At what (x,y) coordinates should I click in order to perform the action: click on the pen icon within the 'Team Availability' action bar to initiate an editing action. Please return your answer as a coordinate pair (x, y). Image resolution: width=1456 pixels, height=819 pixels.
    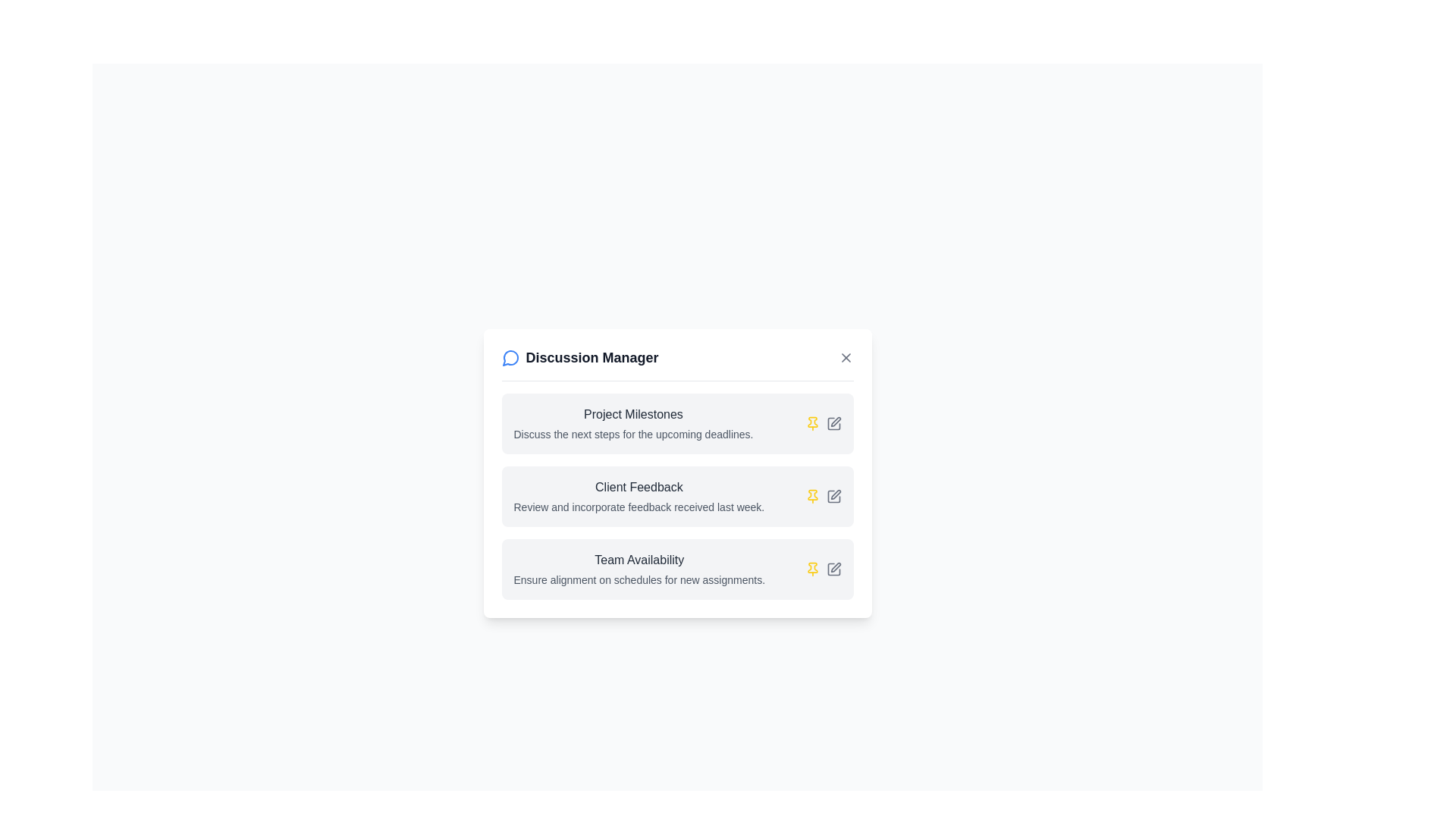
    Looking at the image, I should click on (833, 569).